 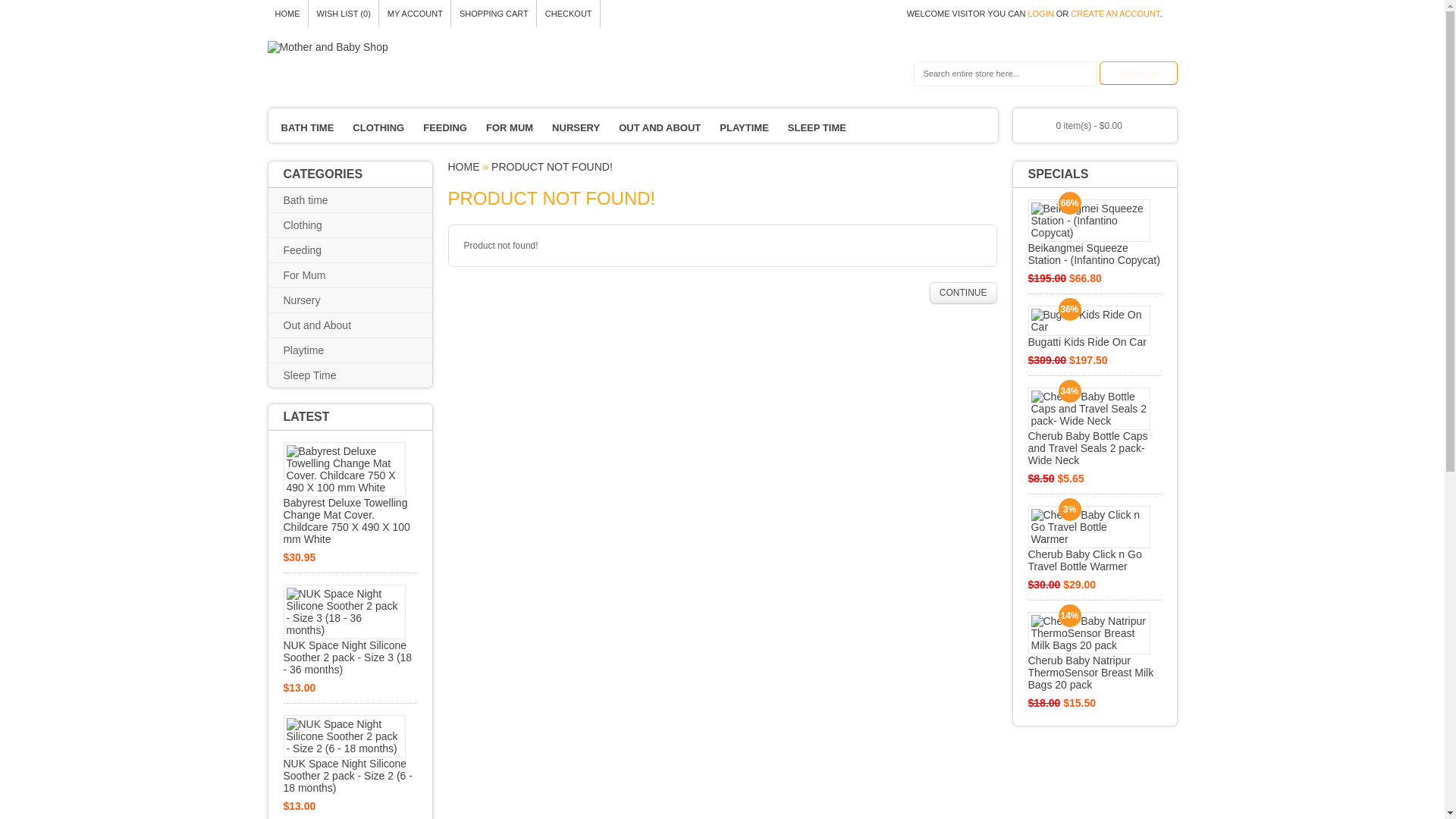 I want to click on 'Sleep Time', so click(x=320, y=375).